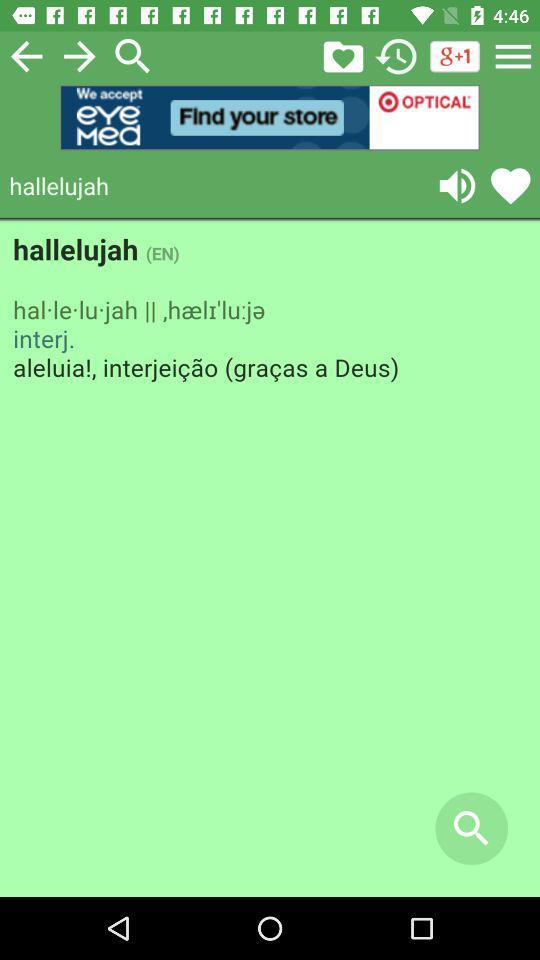 Image resolution: width=540 pixels, height=960 pixels. What do you see at coordinates (513, 55) in the screenshot?
I see `open menu` at bounding box center [513, 55].